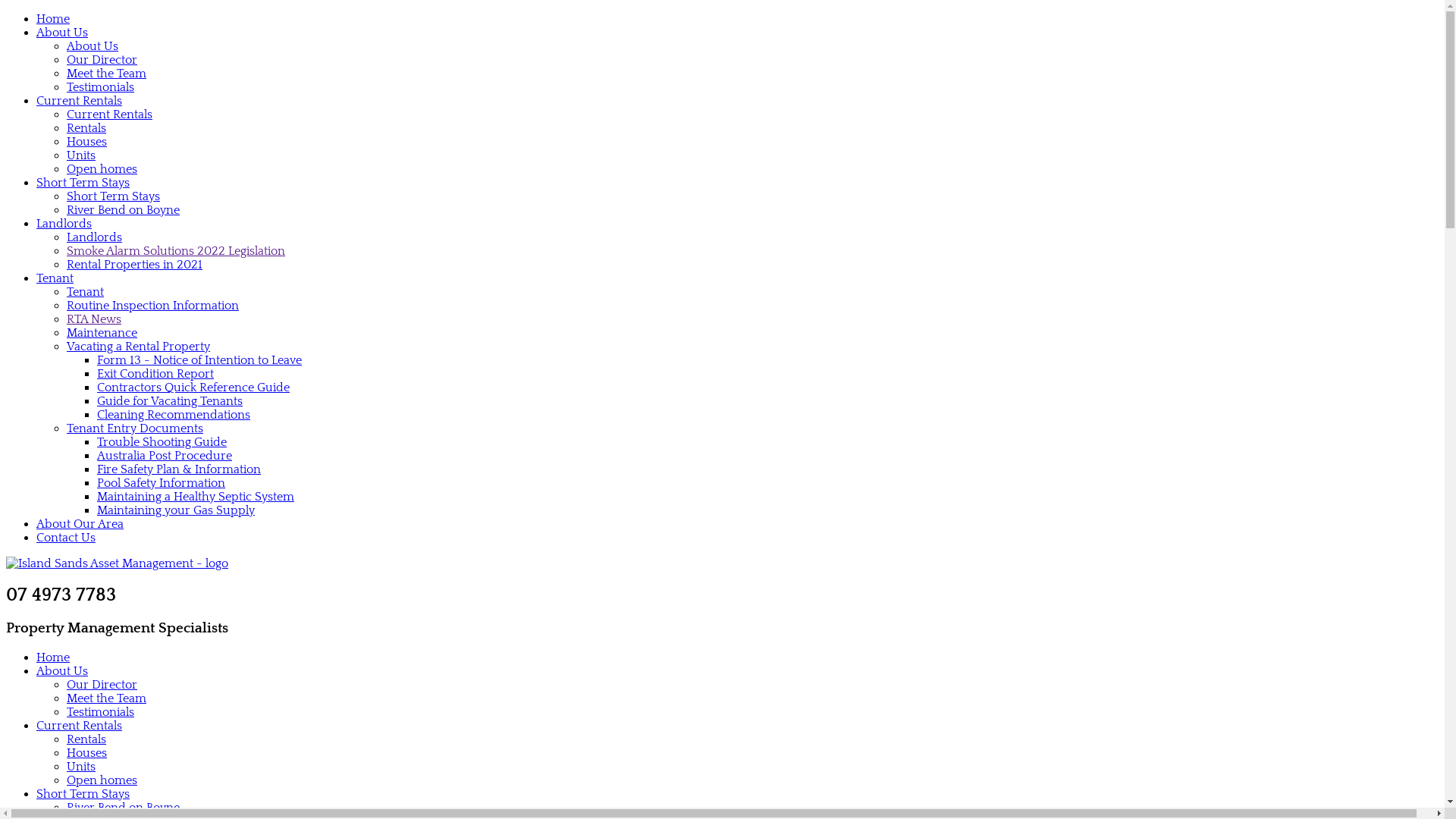  Describe the element at coordinates (174, 415) in the screenshot. I see `'Cleaning Recommendations'` at that location.